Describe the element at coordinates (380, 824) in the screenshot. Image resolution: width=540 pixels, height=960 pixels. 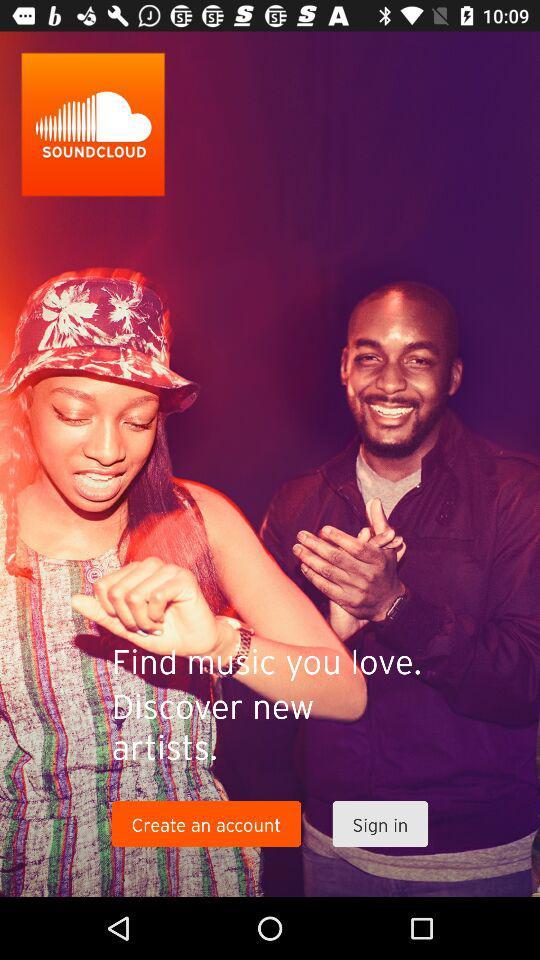
I see `item below the discover new artists.` at that location.